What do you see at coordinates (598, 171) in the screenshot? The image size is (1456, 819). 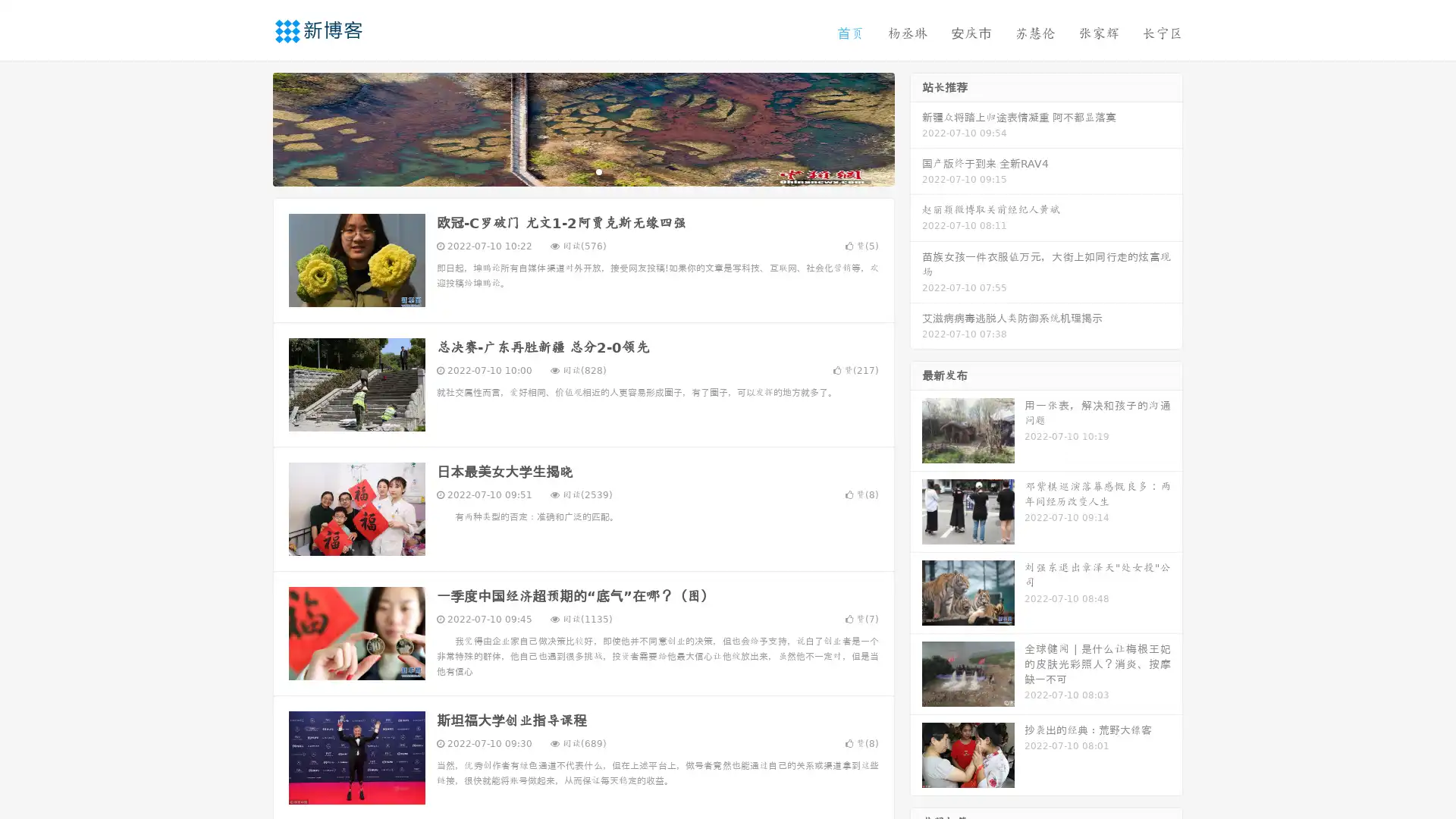 I see `Go to slide 3` at bounding box center [598, 171].